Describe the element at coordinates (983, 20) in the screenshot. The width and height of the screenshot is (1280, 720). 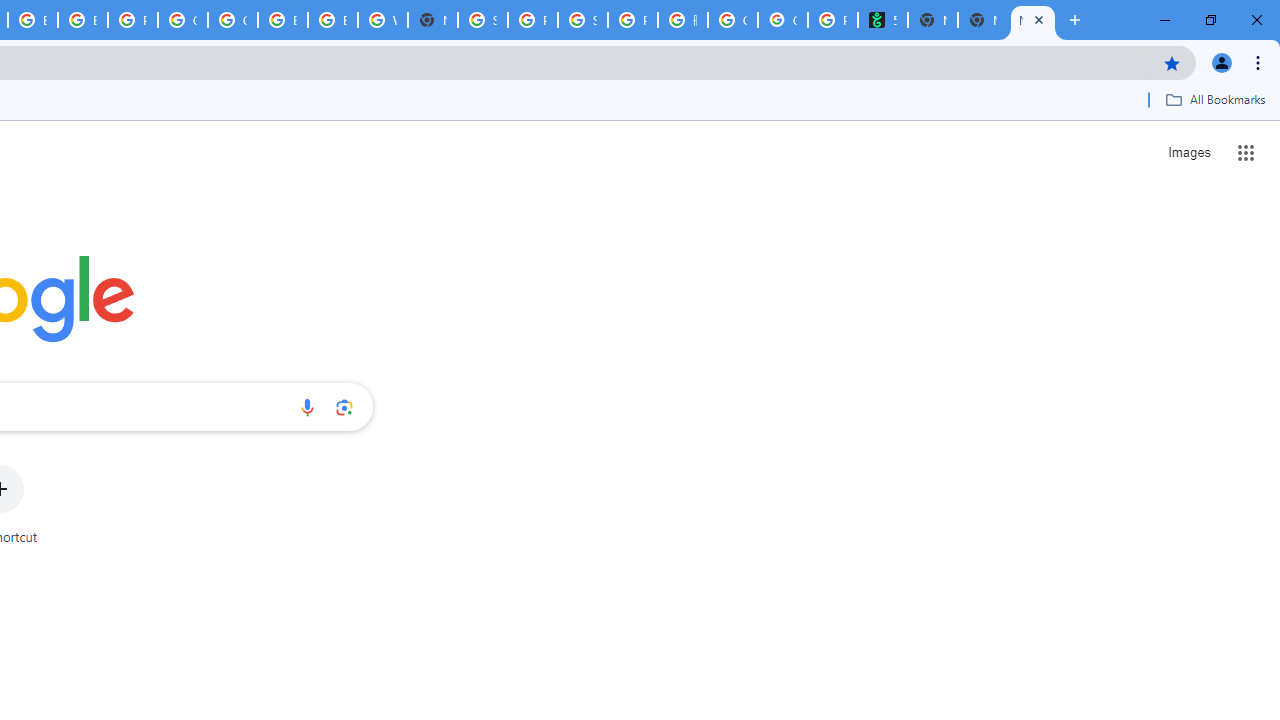
I see `'New Tab'` at that location.